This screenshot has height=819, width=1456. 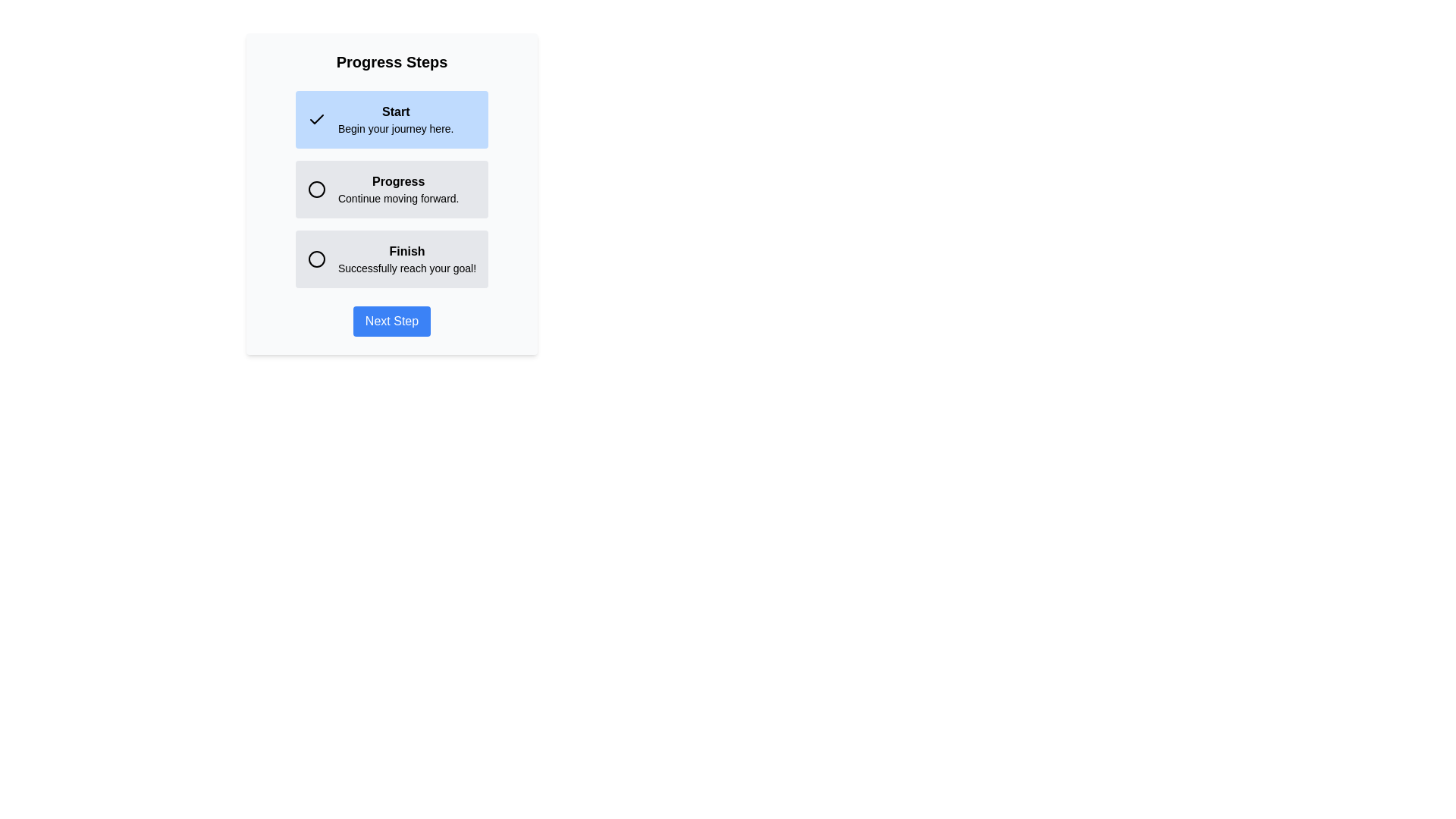 I want to click on the text label that reads 'Successfully reach your goal!' which is located below the bolded text 'Finish' in a progress tracker interface, so click(x=407, y=268).